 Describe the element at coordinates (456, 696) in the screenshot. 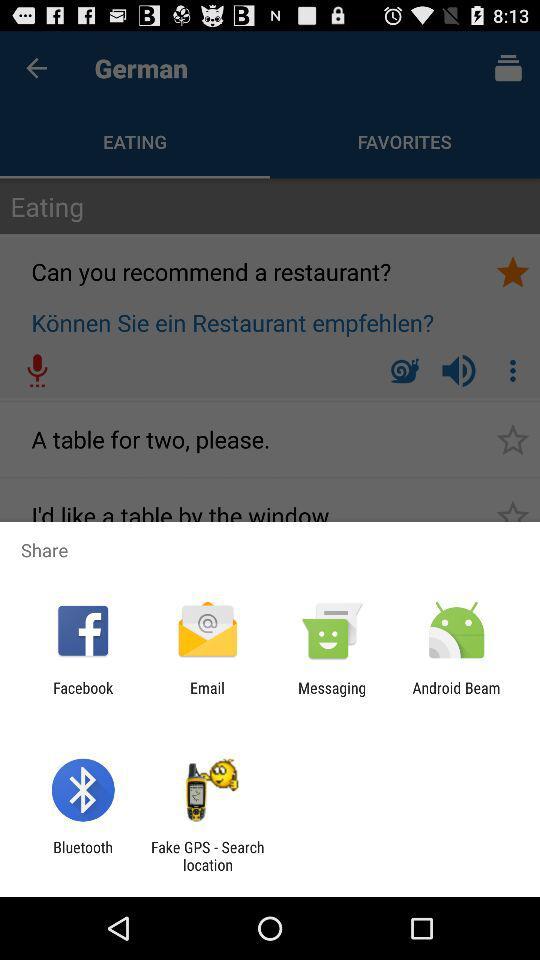

I see `the icon next to the messaging app` at that location.